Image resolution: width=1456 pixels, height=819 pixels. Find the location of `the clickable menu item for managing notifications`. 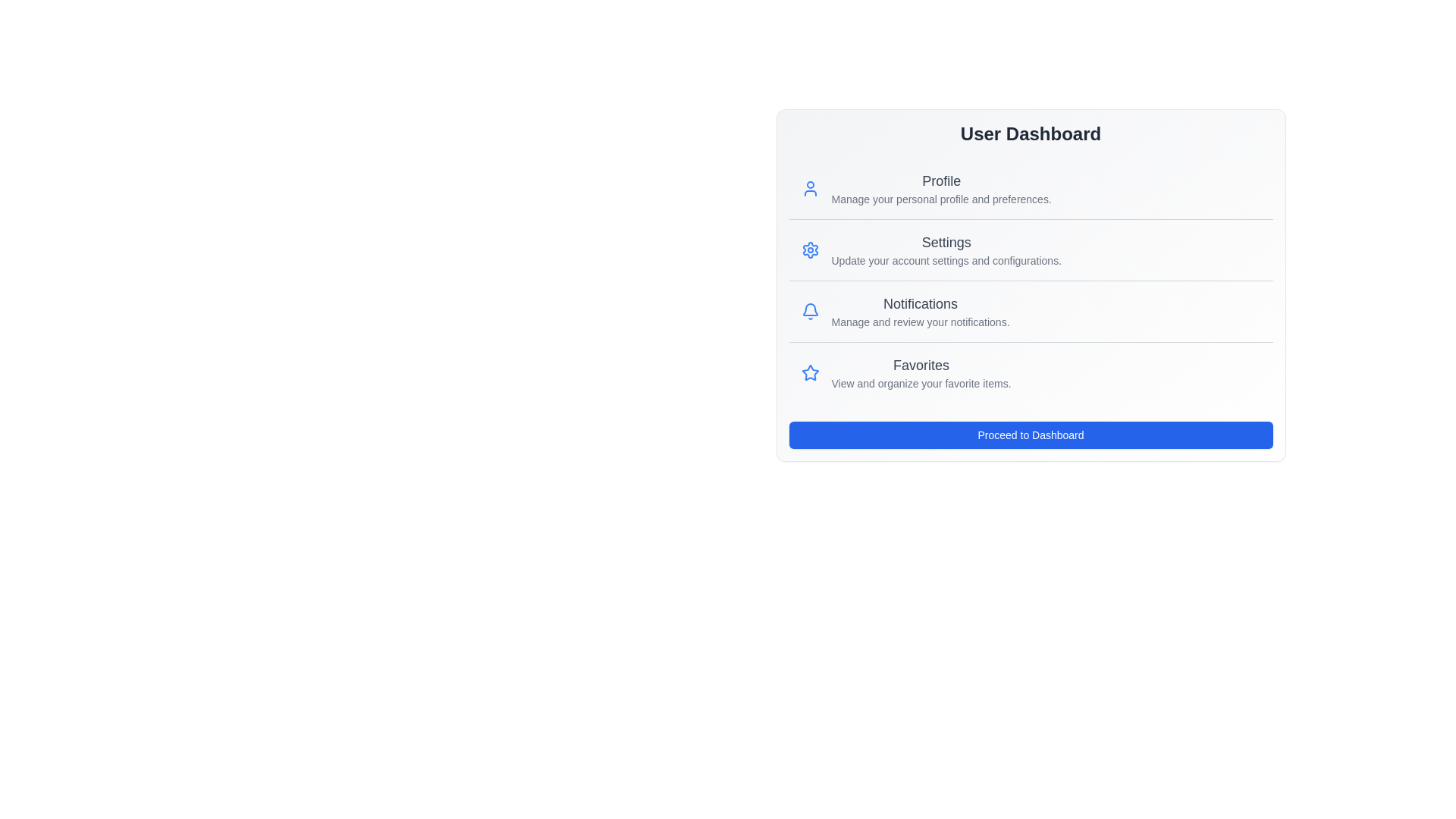

the clickable menu item for managing notifications is located at coordinates (1031, 310).